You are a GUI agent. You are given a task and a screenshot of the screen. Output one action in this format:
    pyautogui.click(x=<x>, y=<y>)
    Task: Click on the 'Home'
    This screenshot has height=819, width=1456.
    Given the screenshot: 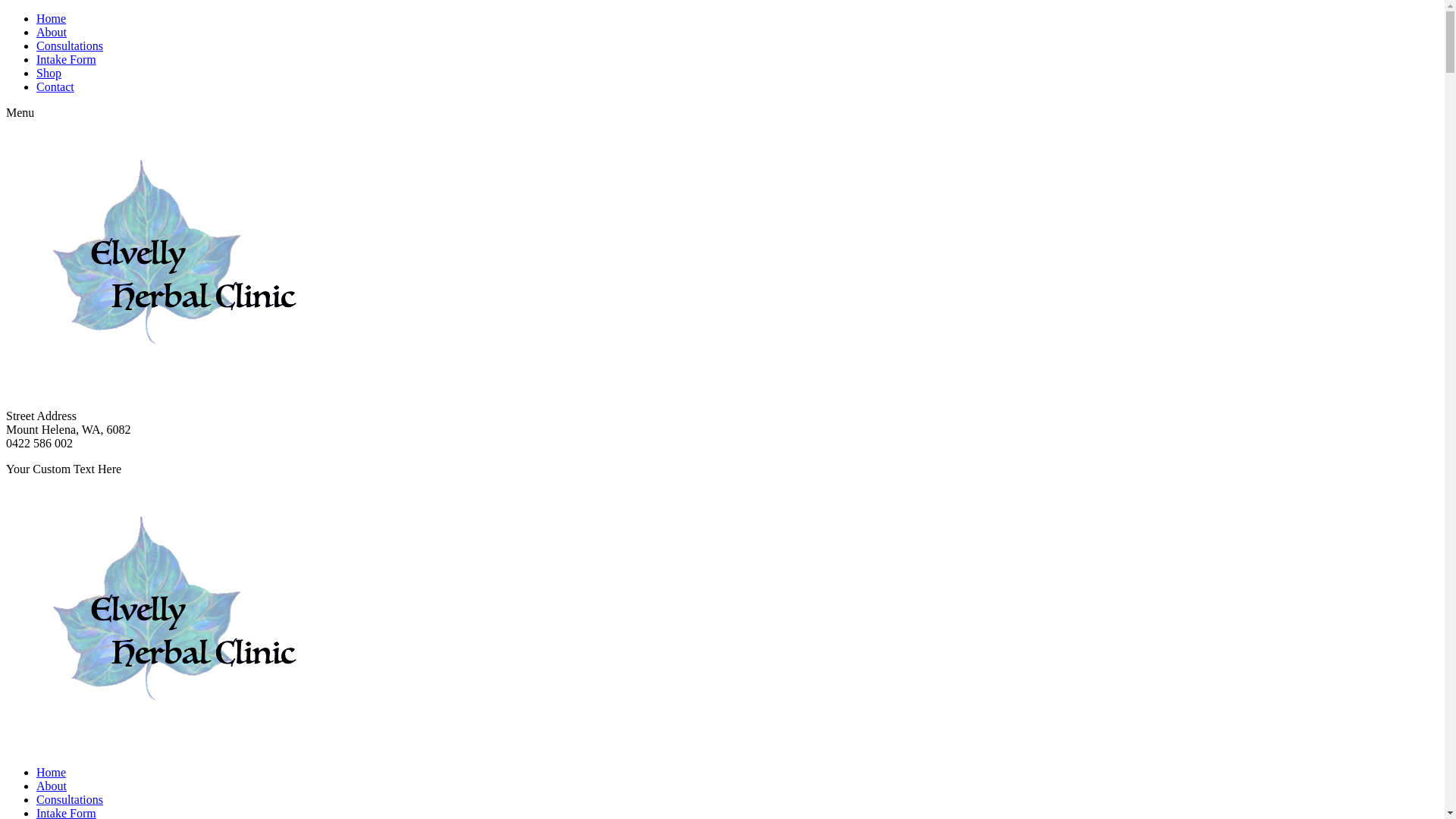 What is the action you would take?
    pyautogui.click(x=51, y=18)
    